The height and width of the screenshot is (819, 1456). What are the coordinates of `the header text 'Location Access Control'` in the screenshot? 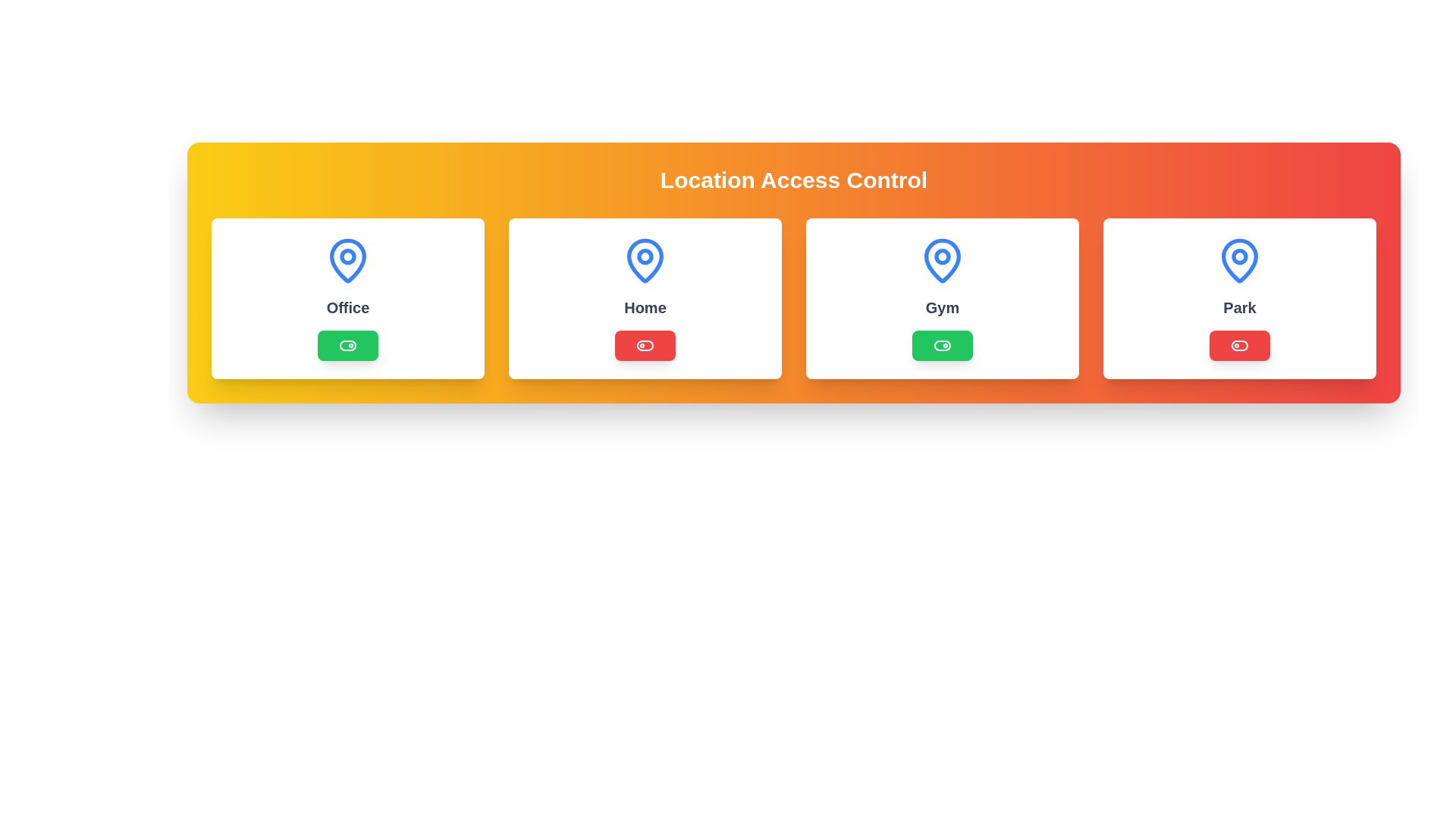 It's located at (792, 180).